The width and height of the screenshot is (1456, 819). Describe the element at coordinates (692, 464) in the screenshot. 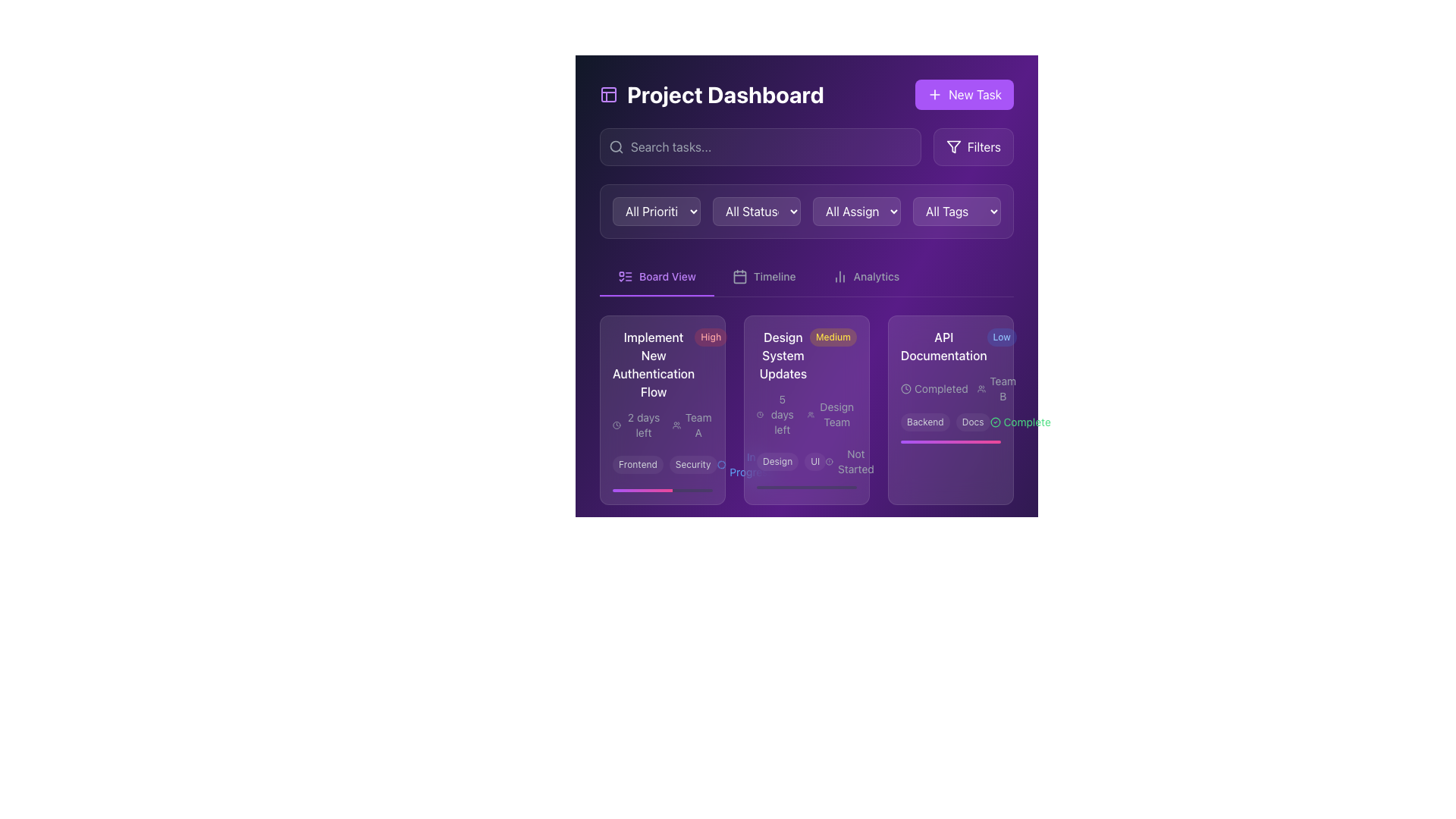

I see `the tag/label indicating a category, attribute, or status related to the card content labeled 'Implement New Authentication Flow', positioned in the bottom section of the card in the 'Board View', to the right of the label with the text 'Frontend'` at that location.